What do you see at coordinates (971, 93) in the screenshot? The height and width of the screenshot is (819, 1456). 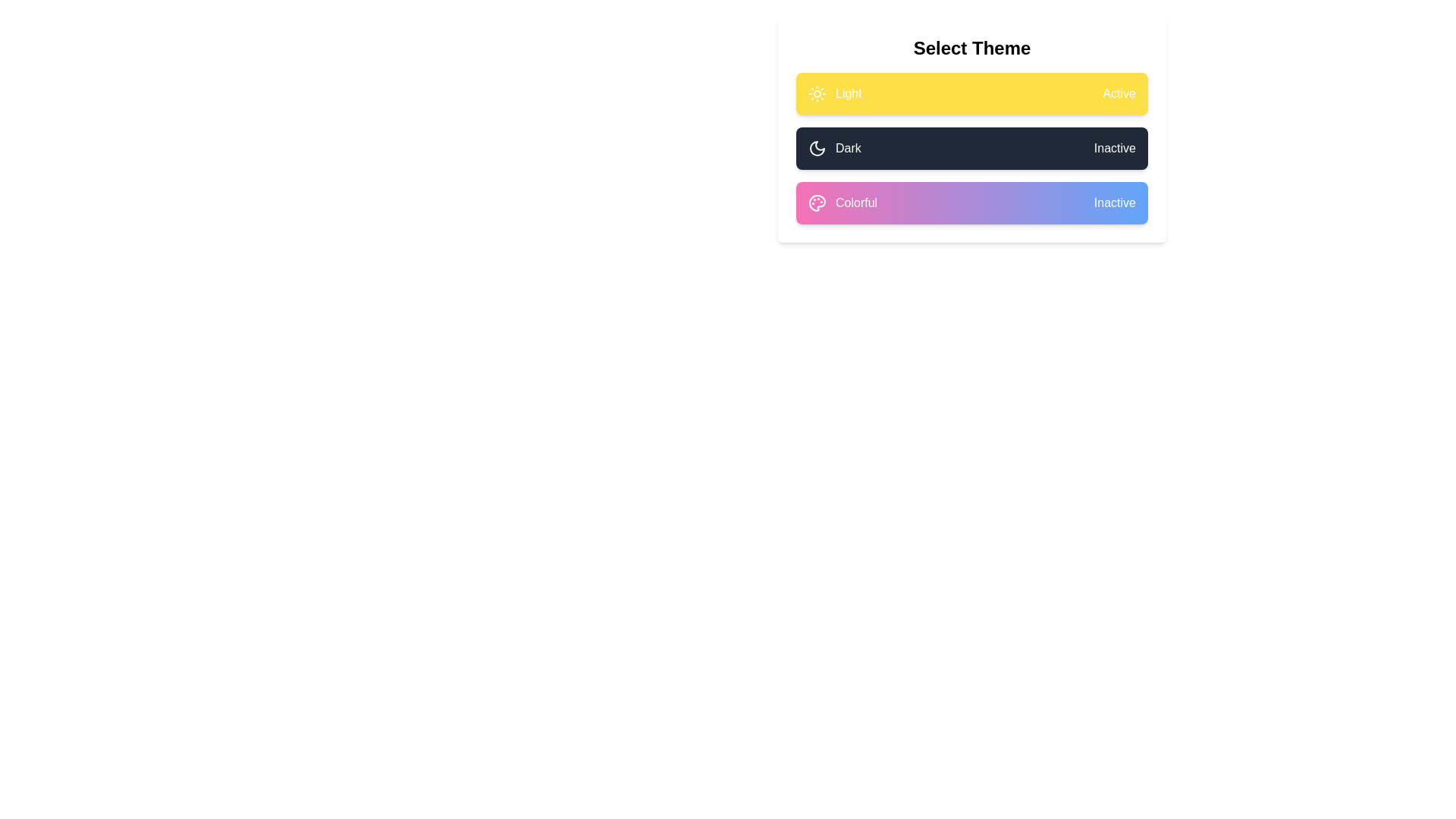 I see `the label and icon for the theme Light` at bounding box center [971, 93].